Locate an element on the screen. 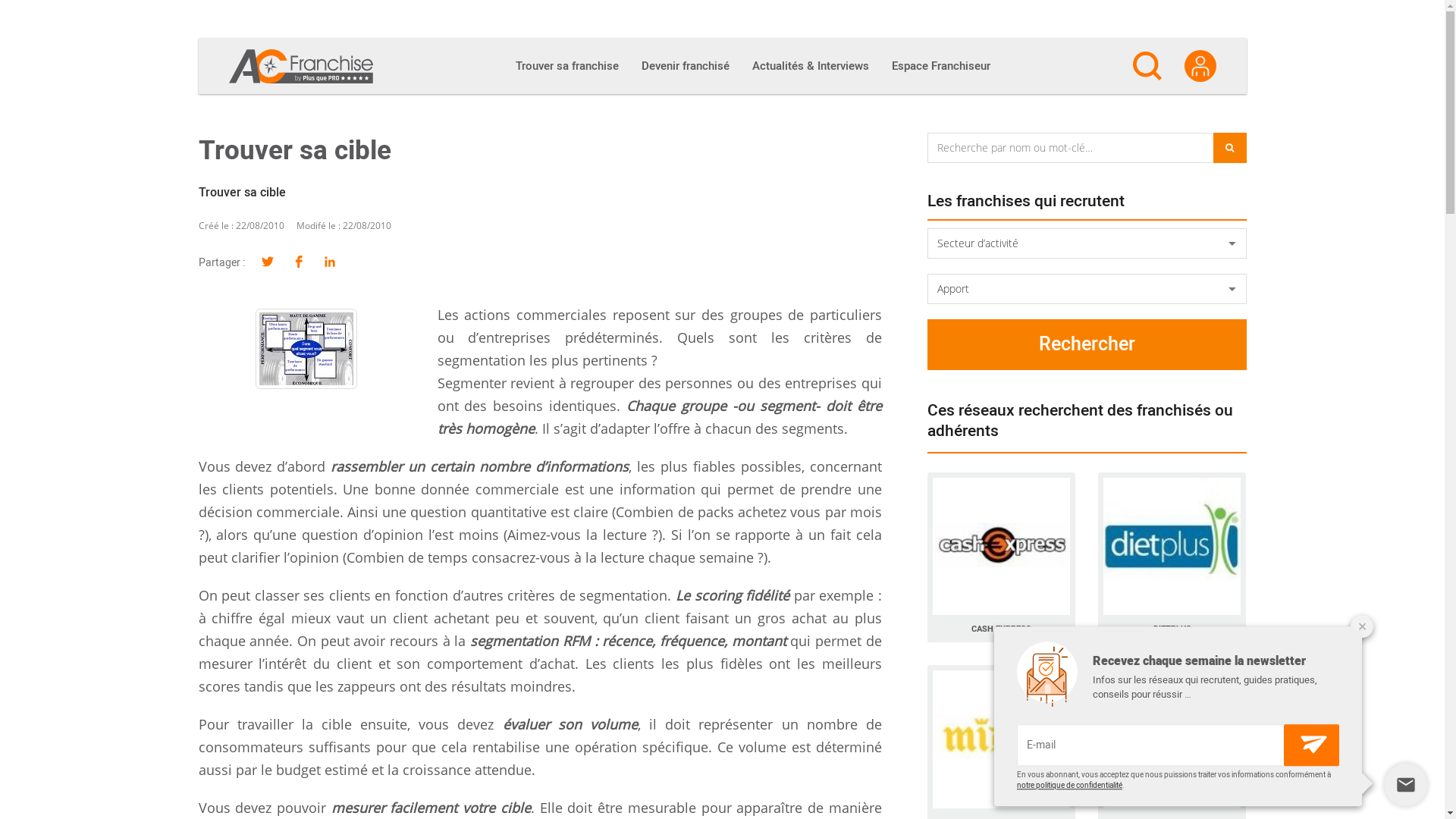 This screenshot has height=819, width=1456. 'Share on Twitter' is located at coordinates (267, 262).